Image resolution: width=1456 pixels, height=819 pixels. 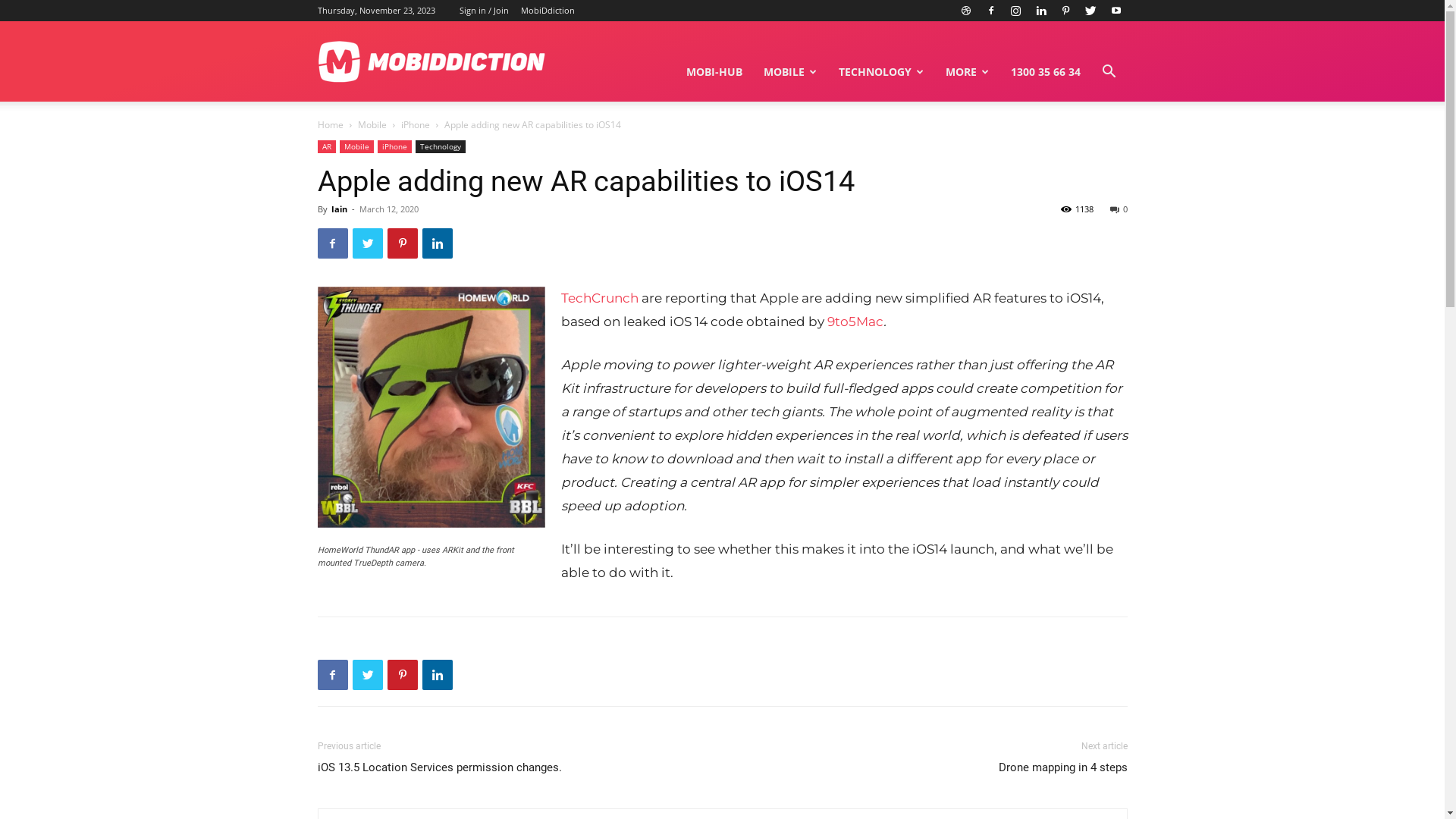 I want to click on 'Pinterest', so click(x=1065, y=11).